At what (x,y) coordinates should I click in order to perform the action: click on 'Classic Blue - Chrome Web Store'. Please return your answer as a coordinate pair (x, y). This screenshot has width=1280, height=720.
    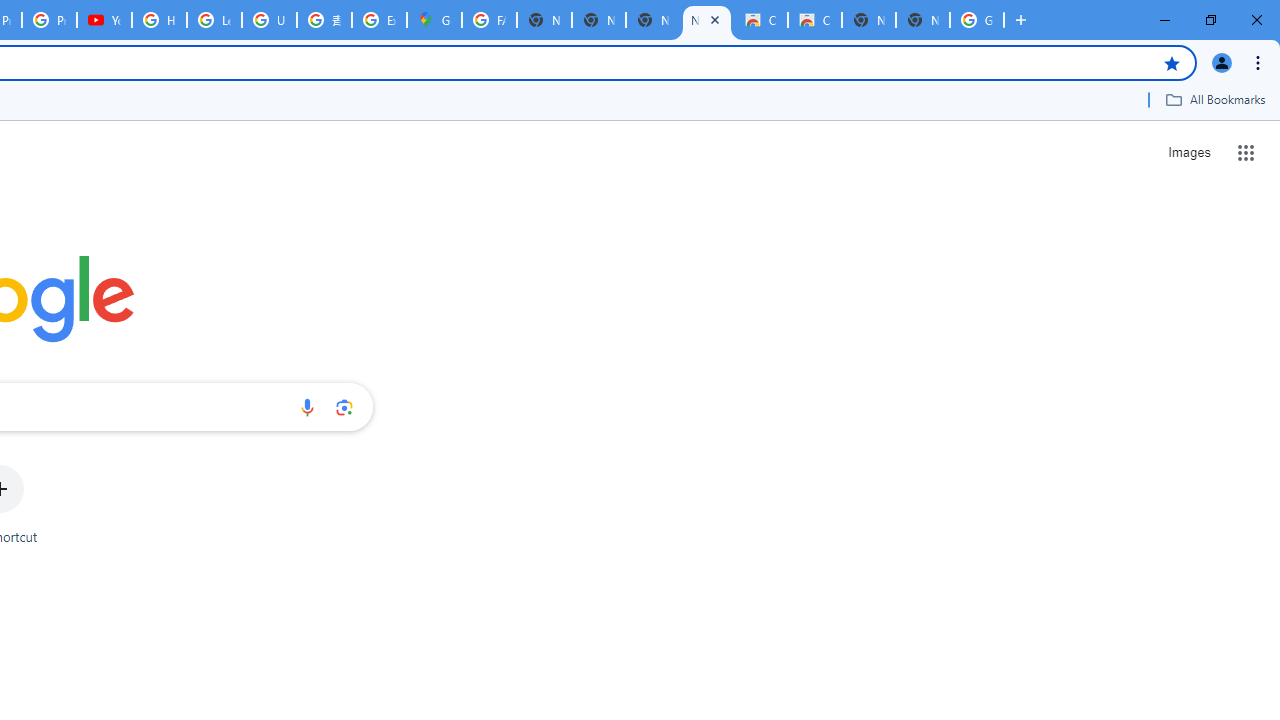
    Looking at the image, I should click on (759, 20).